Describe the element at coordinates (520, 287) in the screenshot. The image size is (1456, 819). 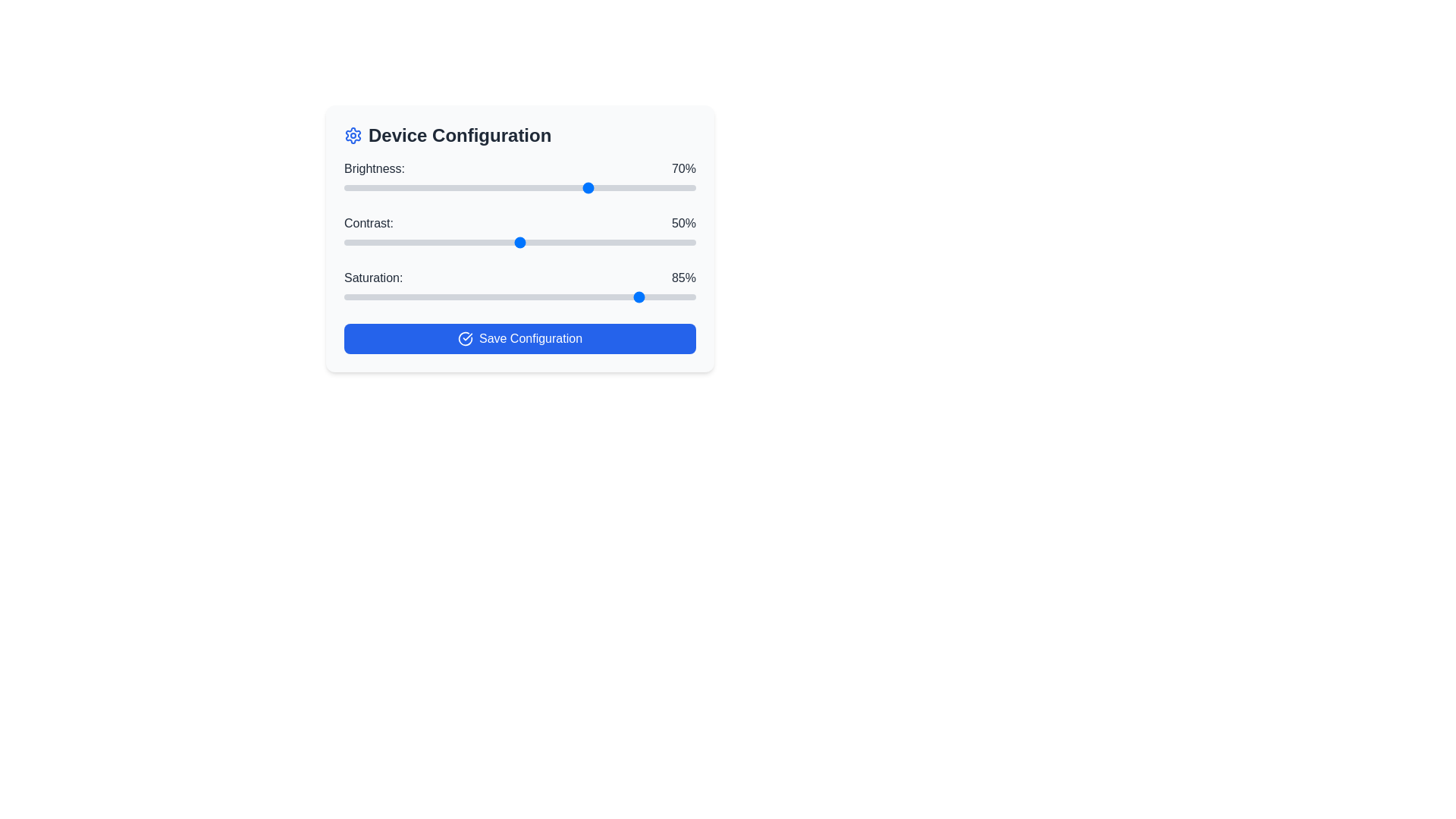
I see `the range slider labeled 'Saturation:' which shows the value '85%' and is the third slider in the 'Device Configuration' card` at that location.